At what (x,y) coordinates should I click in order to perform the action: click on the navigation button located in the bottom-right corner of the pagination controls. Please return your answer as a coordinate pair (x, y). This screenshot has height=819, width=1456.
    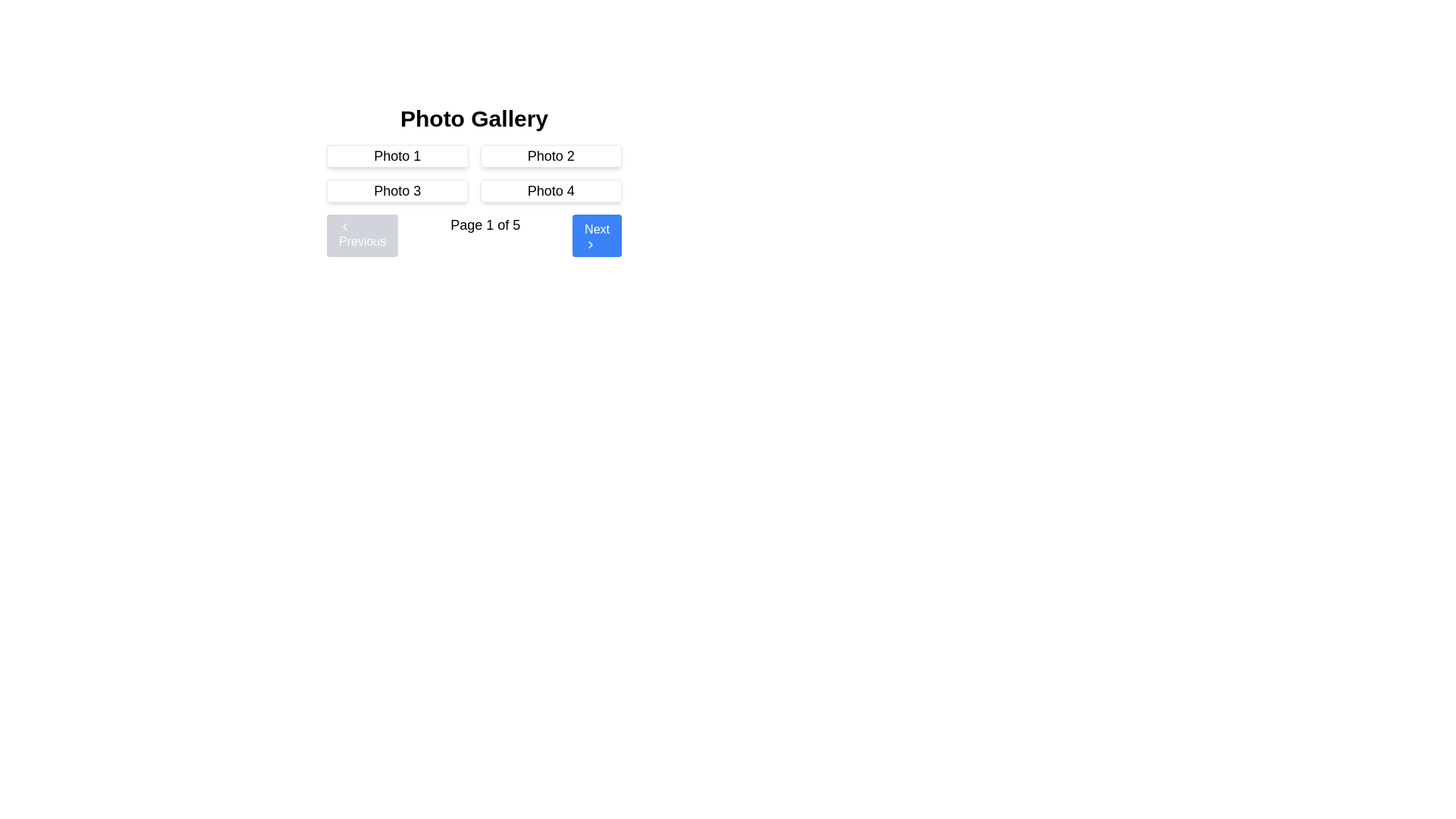
    Looking at the image, I should click on (596, 236).